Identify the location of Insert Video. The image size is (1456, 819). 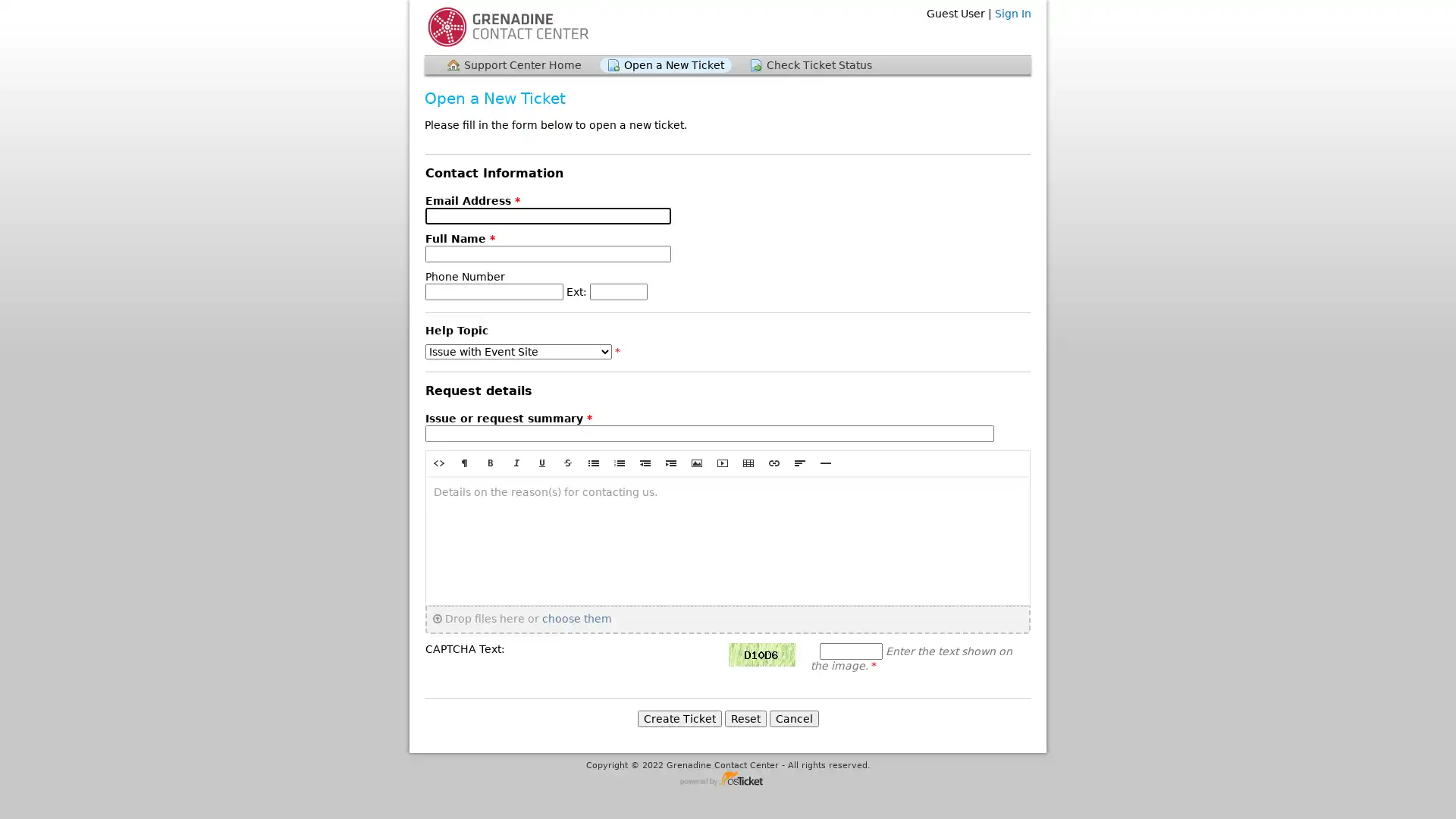
(722, 462).